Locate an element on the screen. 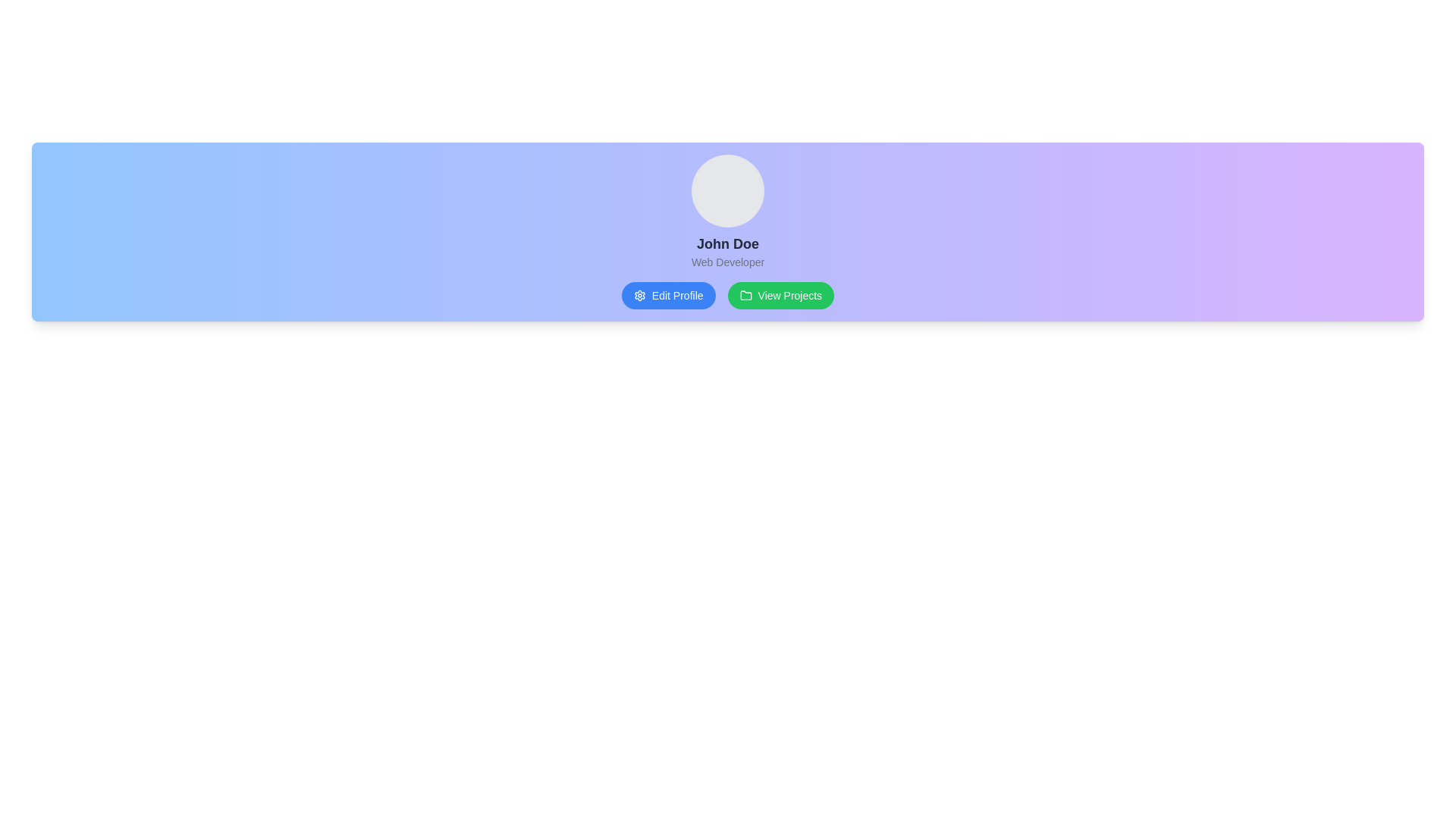 The image size is (1456, 819). the gear icon that signifies settings or customization related to the 'Edit Profile' button, located to the left of the button within the blue button at the bottom-center of the interface is located at coordinates (639, 295).